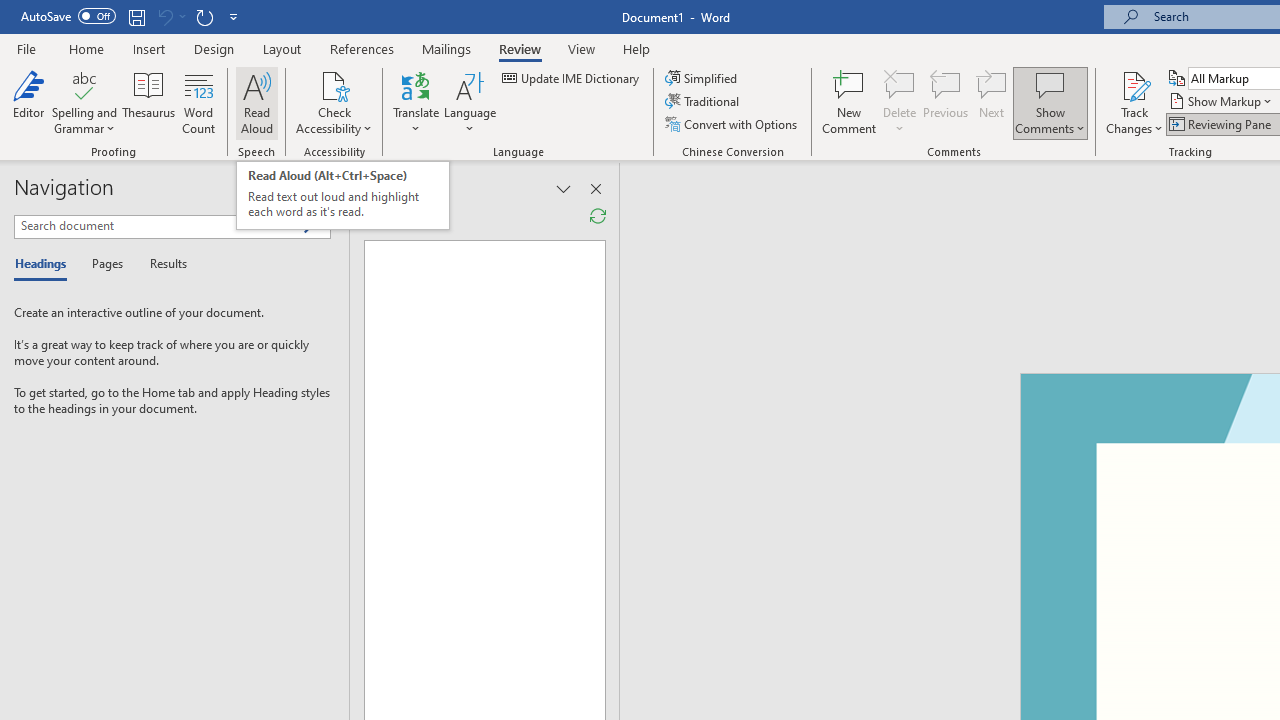 This screenshot has width=1280, height=720. I want to click on 'Traditional', so click(704, 101).